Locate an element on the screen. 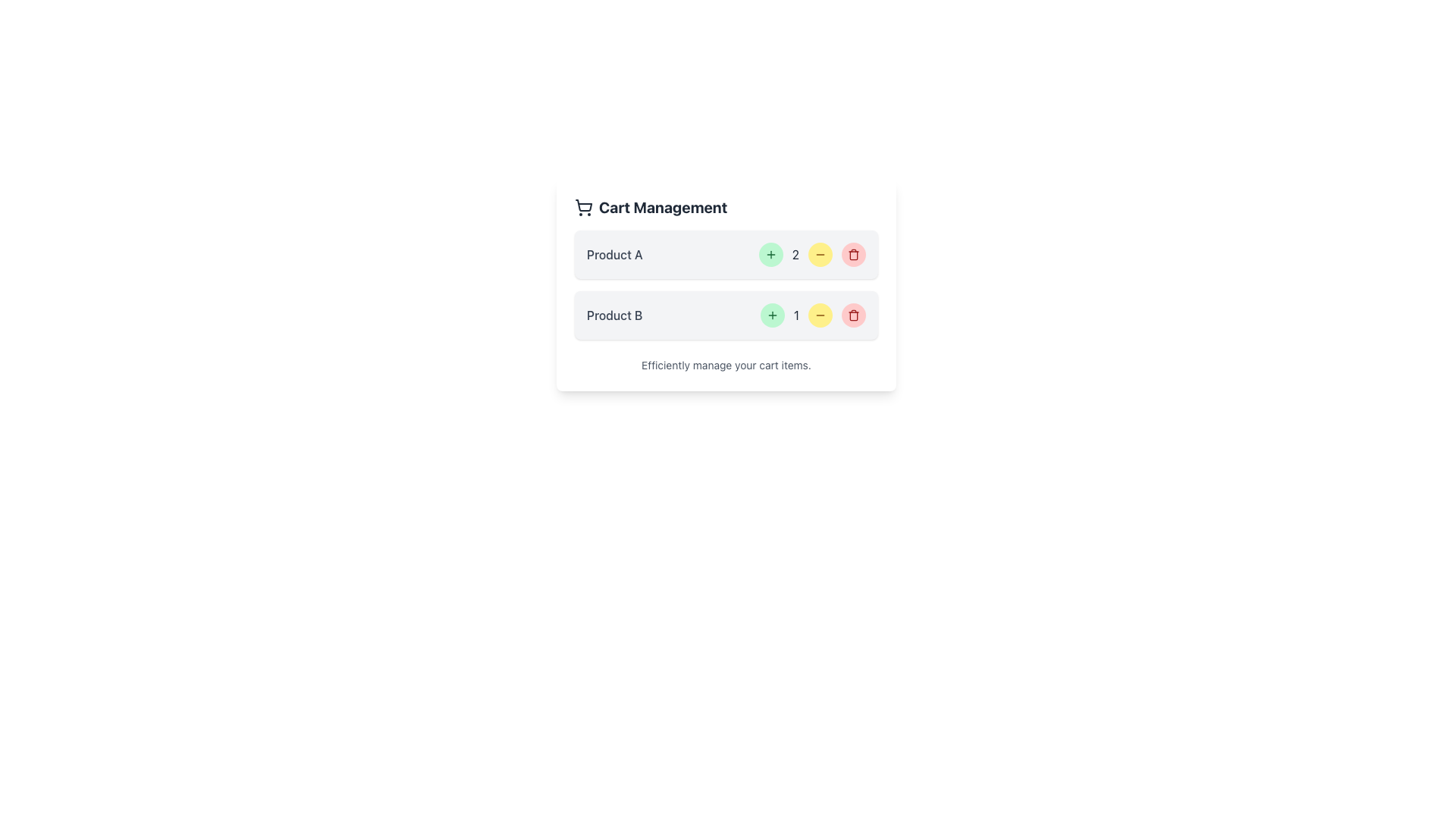 The width and height of the screenshot is (1456, 819). the circular button with a yellow background and minus sign icon, positioned between a number display and a red delete button is located at coordinates (819, 253).